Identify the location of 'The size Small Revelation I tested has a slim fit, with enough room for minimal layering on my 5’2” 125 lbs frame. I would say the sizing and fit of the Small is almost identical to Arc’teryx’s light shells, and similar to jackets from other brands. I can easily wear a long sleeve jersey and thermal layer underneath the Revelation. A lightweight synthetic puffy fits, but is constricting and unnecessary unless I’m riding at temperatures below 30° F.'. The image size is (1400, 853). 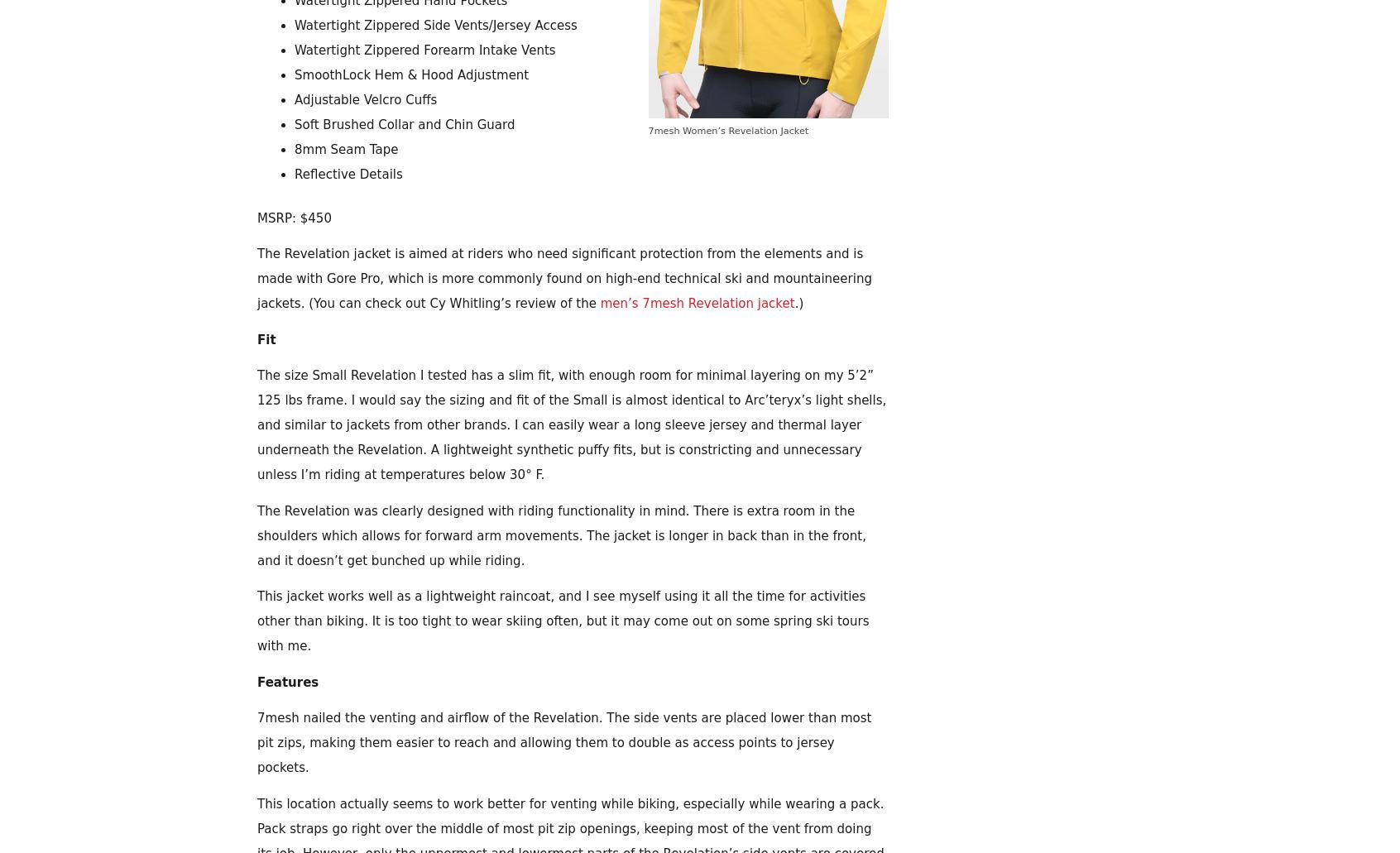
(572, 424).